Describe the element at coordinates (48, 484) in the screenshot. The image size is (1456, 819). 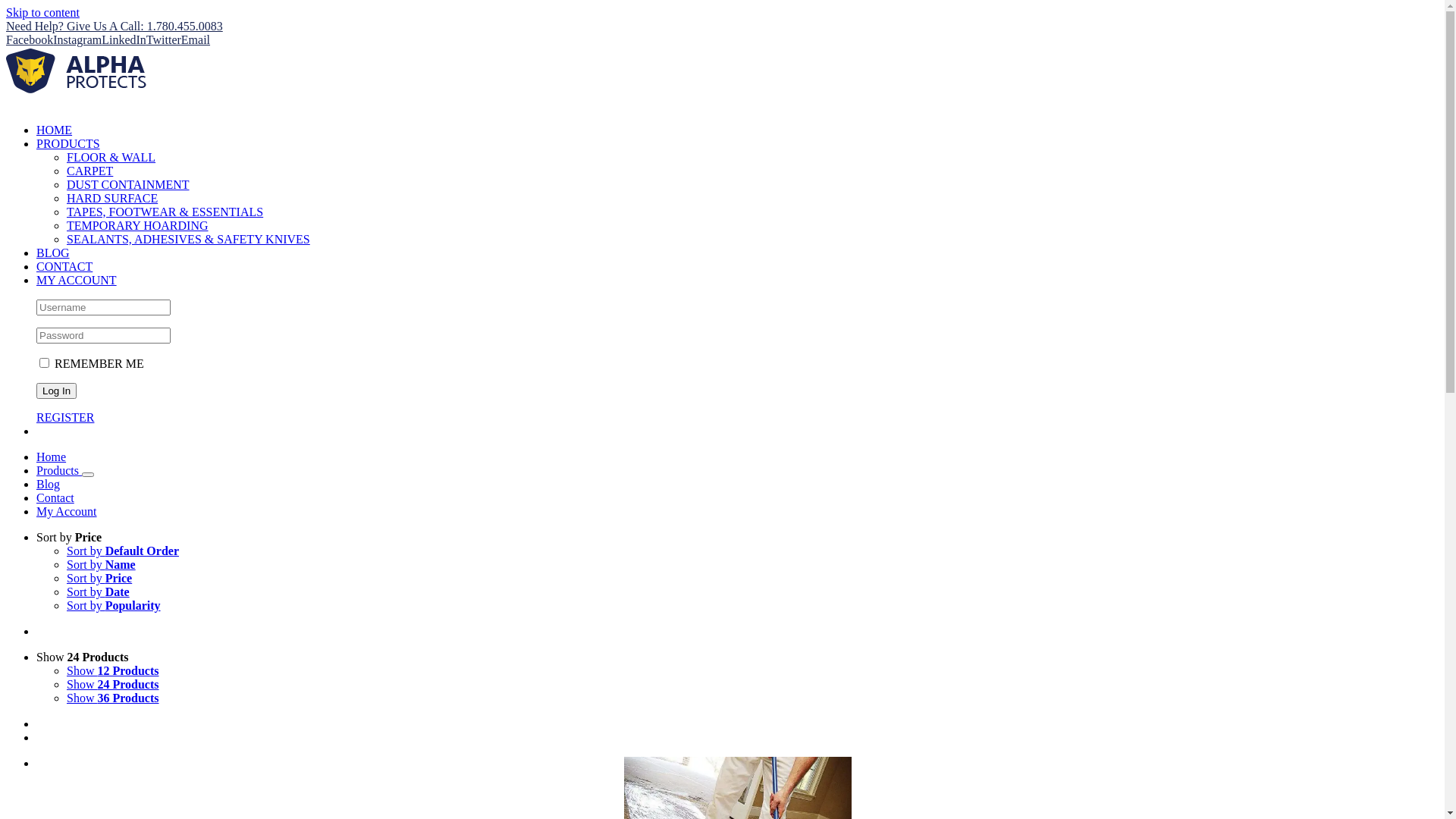
I see `'Blog'` at that location.